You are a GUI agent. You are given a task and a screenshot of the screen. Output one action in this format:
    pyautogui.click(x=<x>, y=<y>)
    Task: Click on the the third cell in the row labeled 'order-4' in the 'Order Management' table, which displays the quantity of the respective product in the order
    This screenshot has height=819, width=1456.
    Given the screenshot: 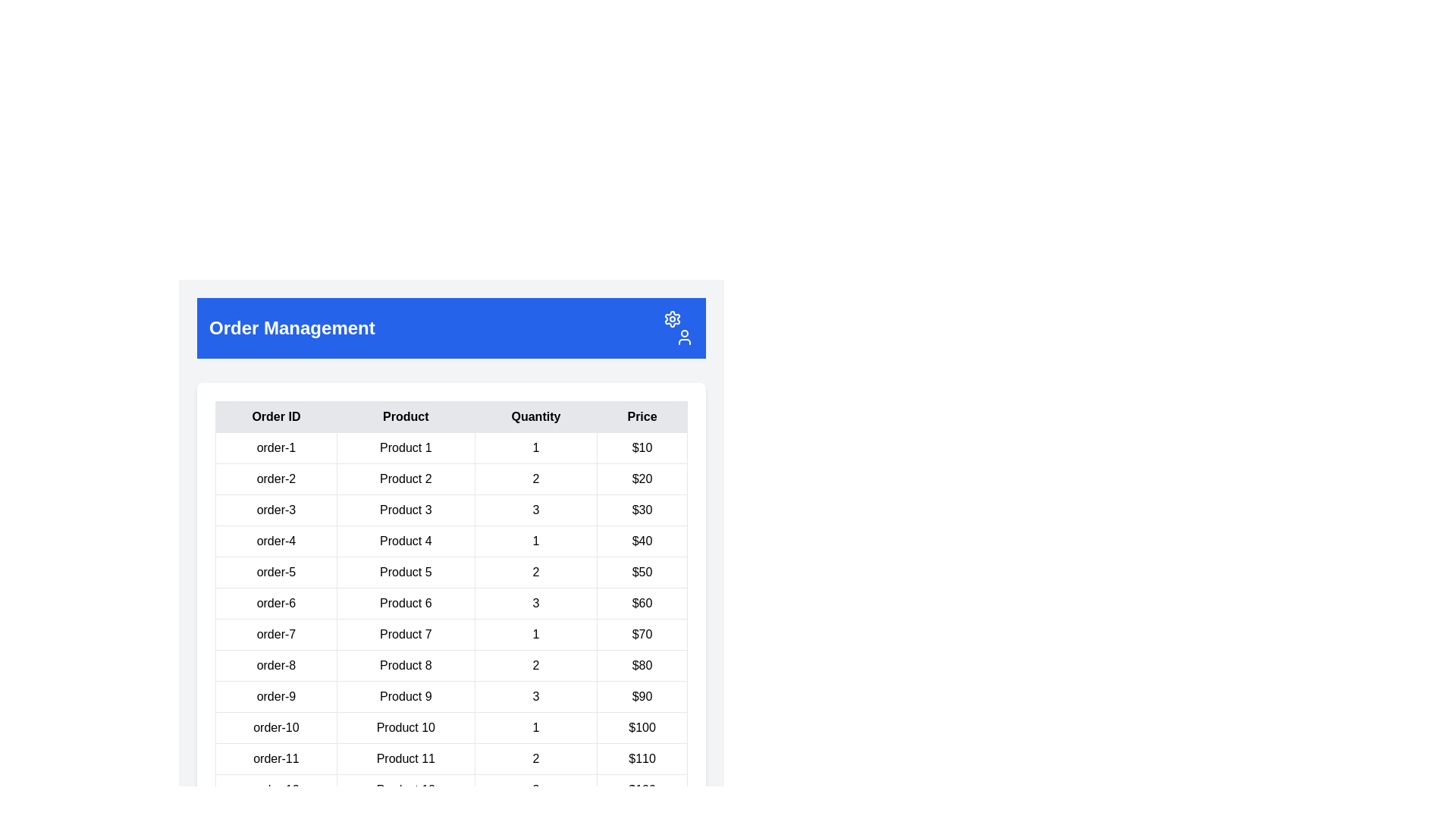 What is the action you would take?
    pyautogui.click(x=535, y=540)
    